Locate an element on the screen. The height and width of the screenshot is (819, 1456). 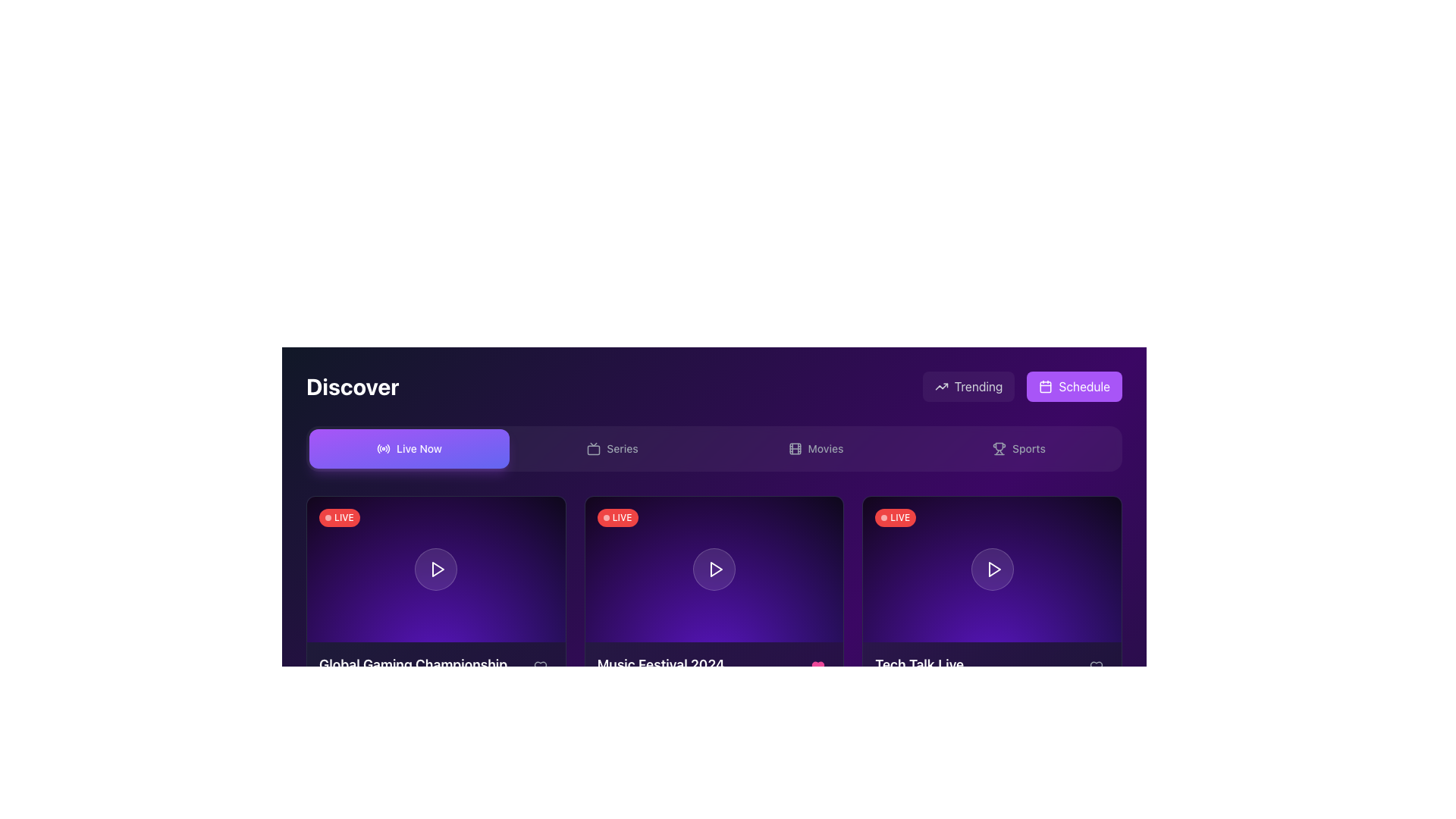
the 'Global Gaming Championship' headline and heart icon component is located at coordinates (435, 666).